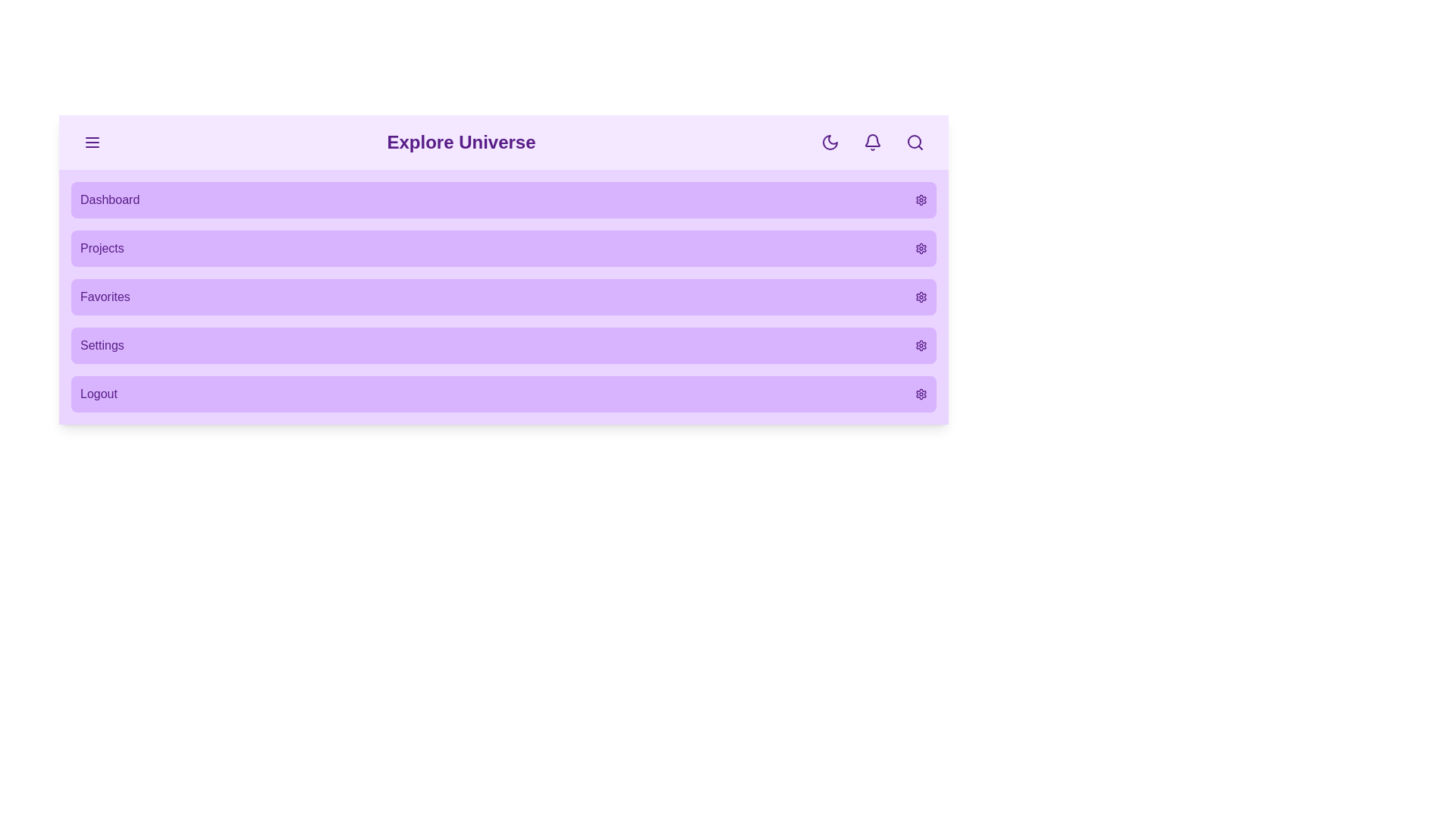  I want to click on the search icon in the top right corner of the app bar, so click(914, 143).